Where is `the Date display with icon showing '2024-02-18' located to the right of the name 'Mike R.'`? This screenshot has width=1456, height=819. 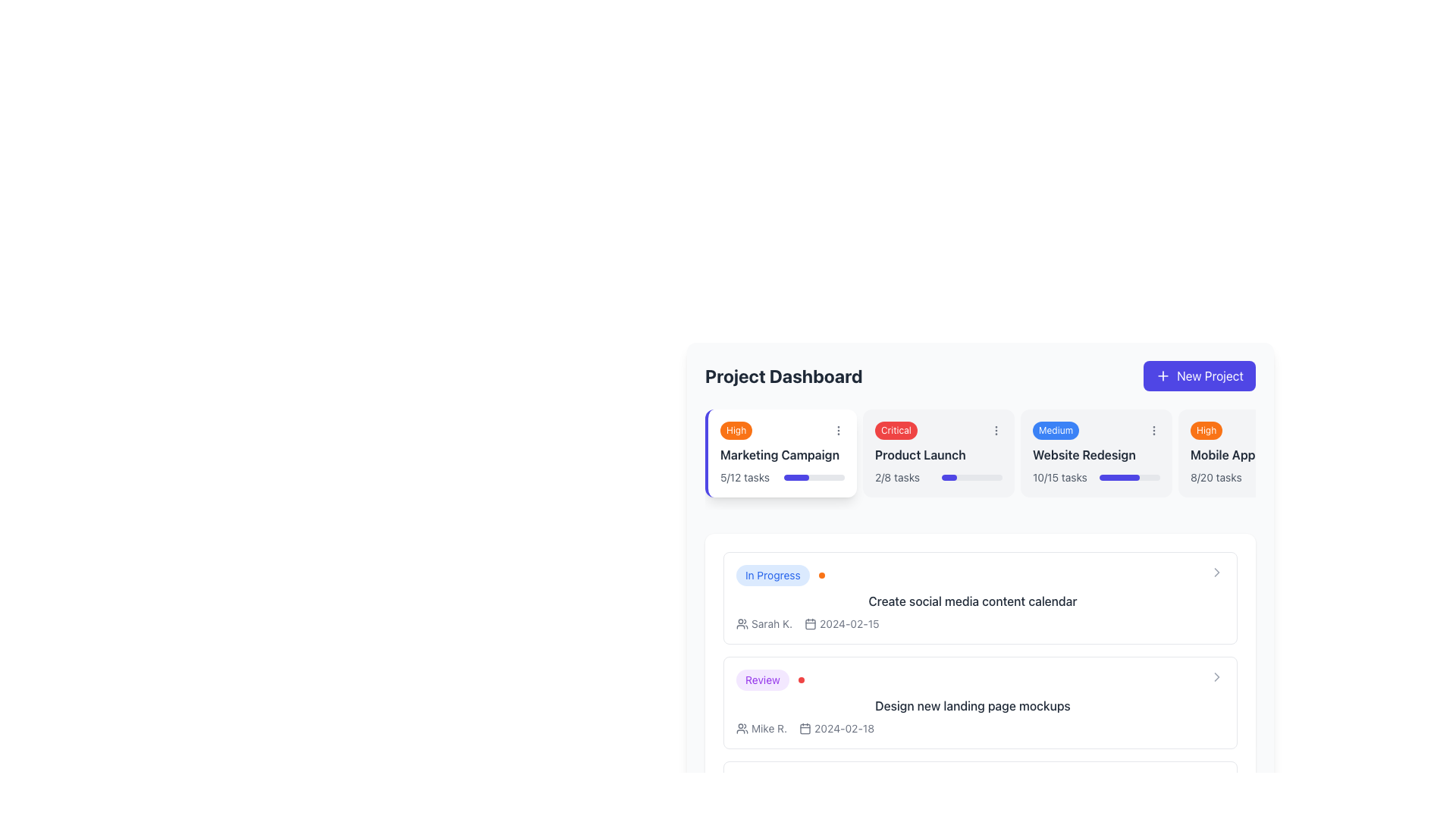
the Date display with icon showing '2024-02-18' located to the right of the name 'Mike R.' is located at coordinates (836, 727).